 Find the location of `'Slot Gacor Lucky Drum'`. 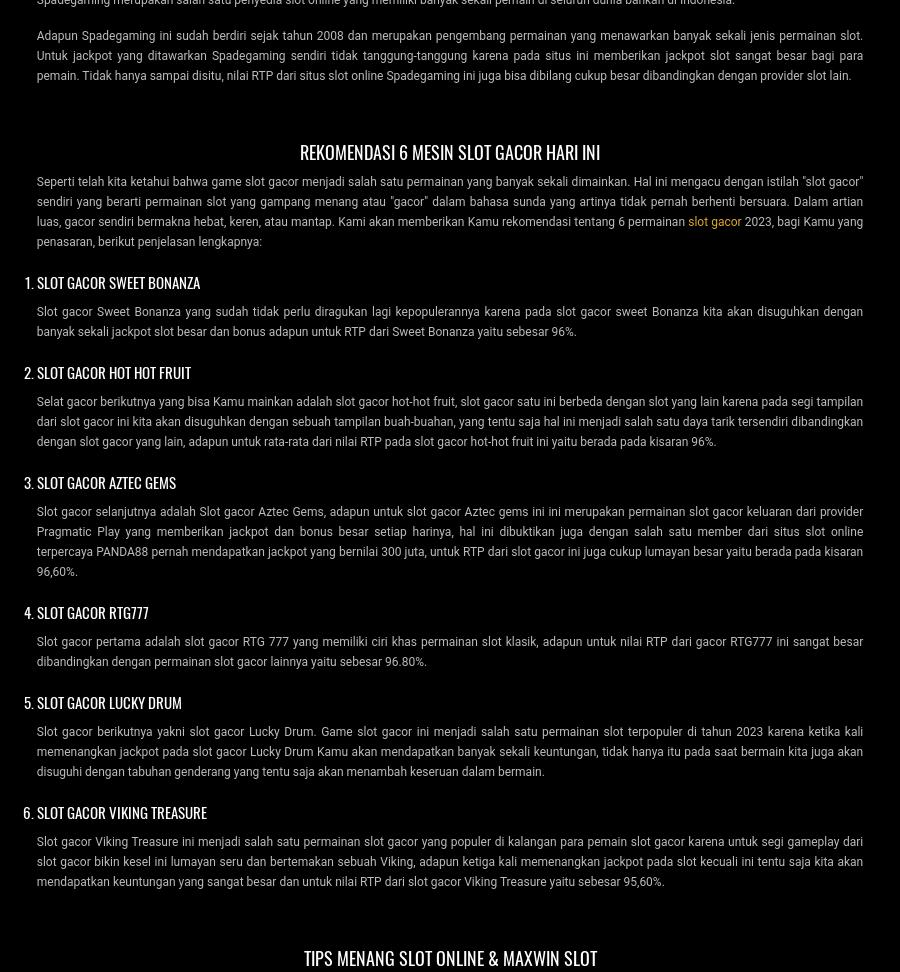

'Slot Gacor Lucky Drum' is located at coordinates (35, 700).